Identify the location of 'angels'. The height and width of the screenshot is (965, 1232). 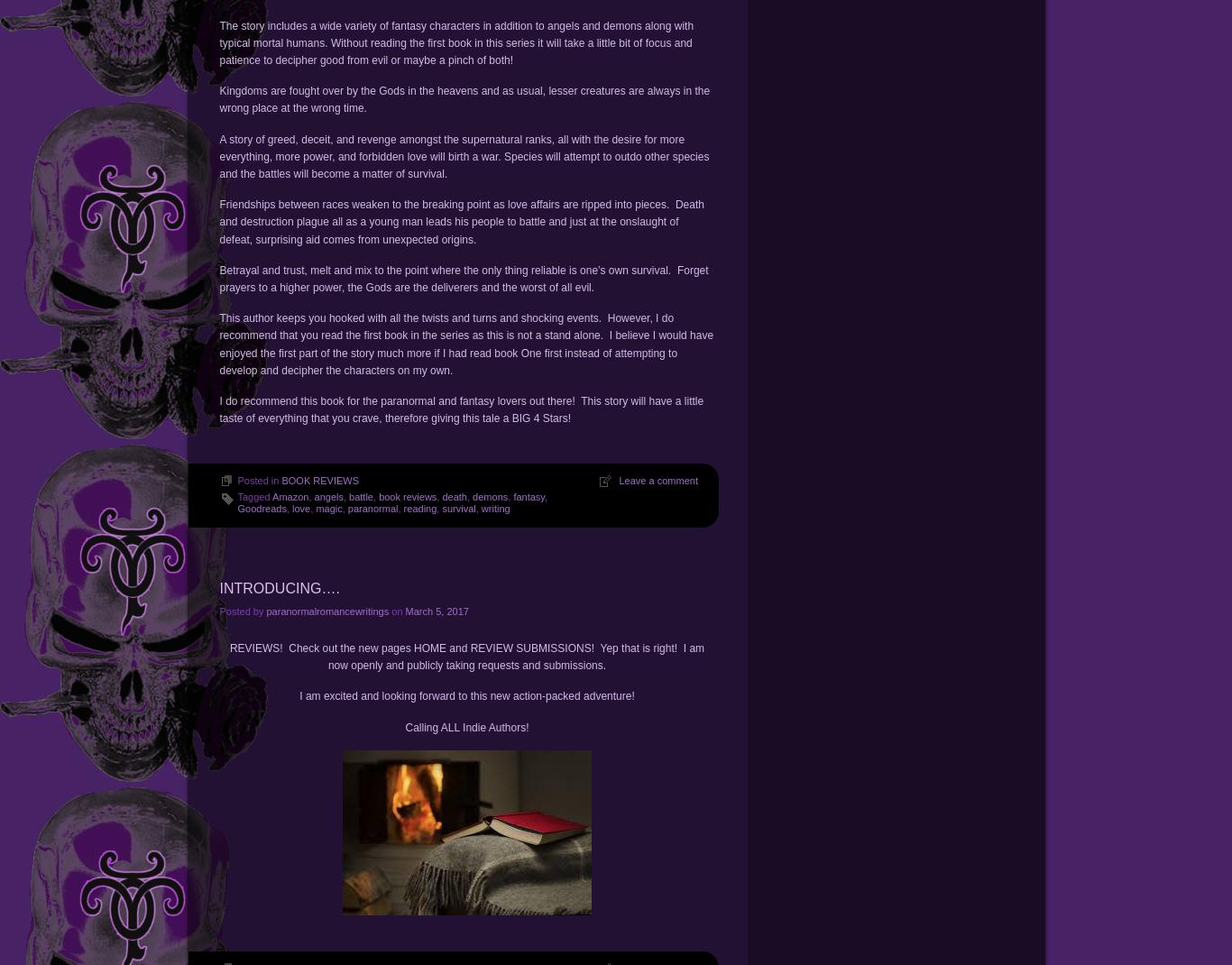
(327, 496).